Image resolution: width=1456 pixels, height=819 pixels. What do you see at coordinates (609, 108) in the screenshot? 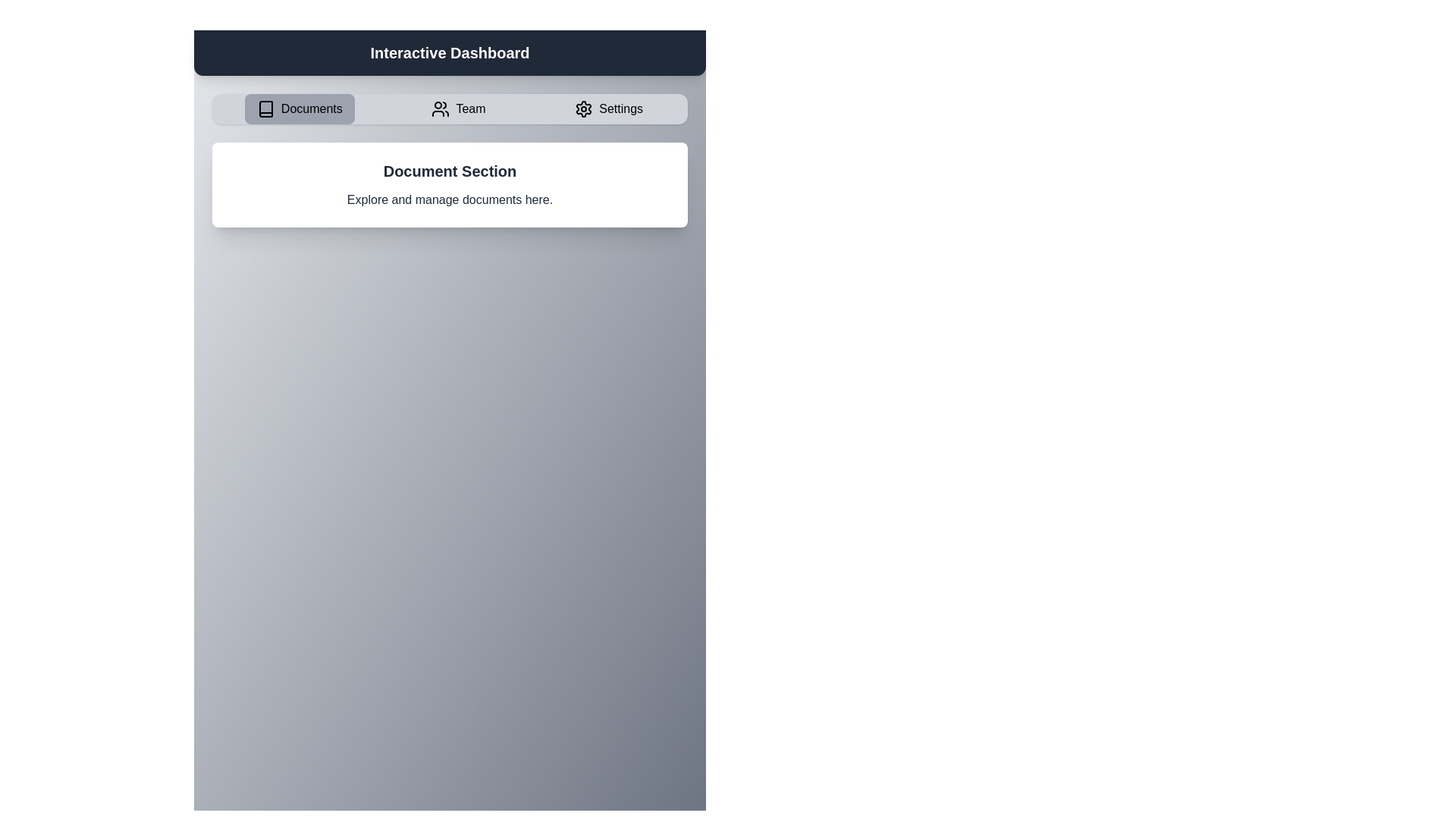
I see `the 'Settings' button, which is the third button in the navigation bar with a cogwheel icon and light gray background` at bounding box center [609, 108].